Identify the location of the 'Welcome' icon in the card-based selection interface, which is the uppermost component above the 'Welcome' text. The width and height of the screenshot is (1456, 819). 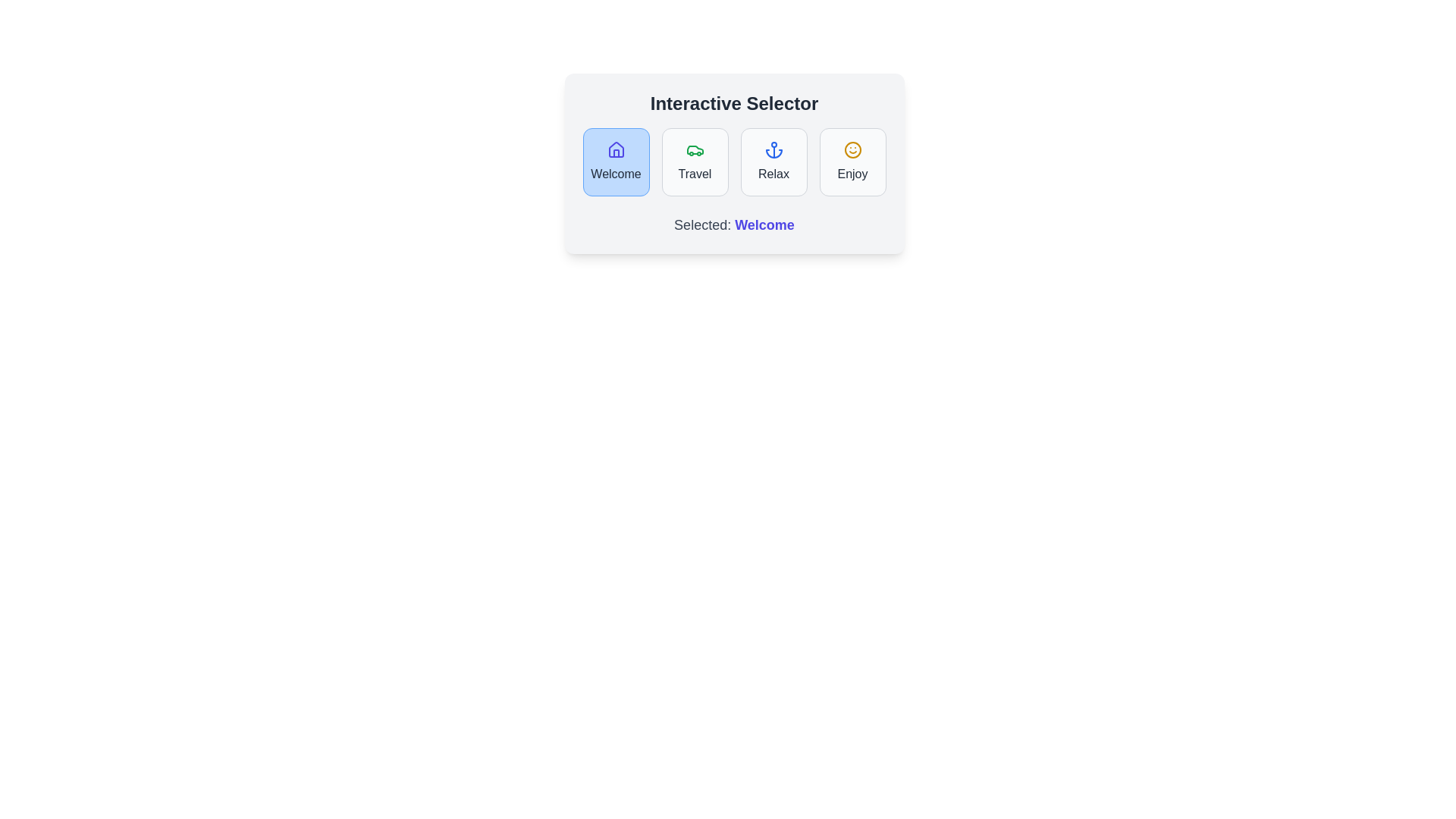
(616, 149).